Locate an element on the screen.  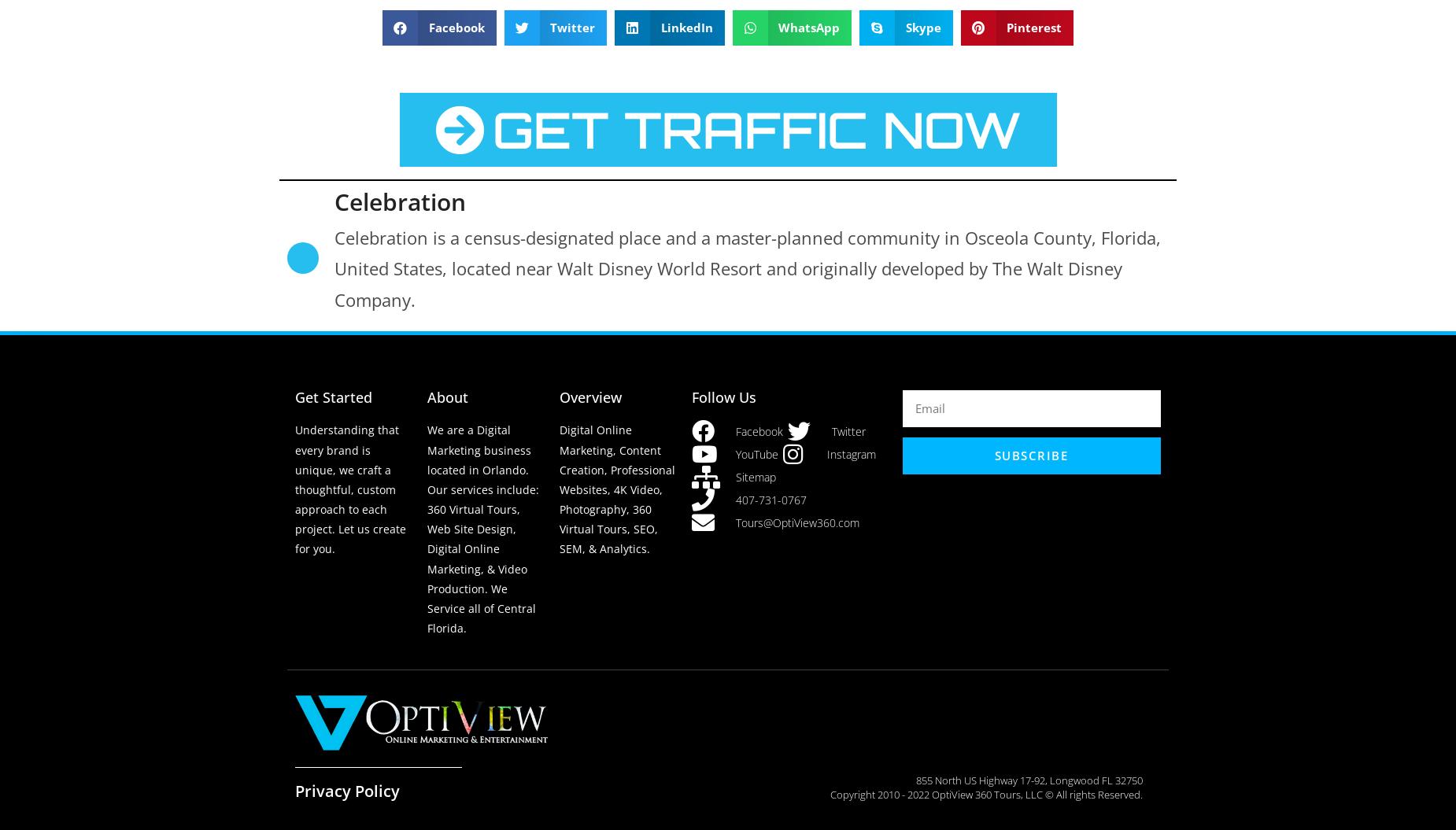
'Privacy Policy' is located at coordinates (346, 790).